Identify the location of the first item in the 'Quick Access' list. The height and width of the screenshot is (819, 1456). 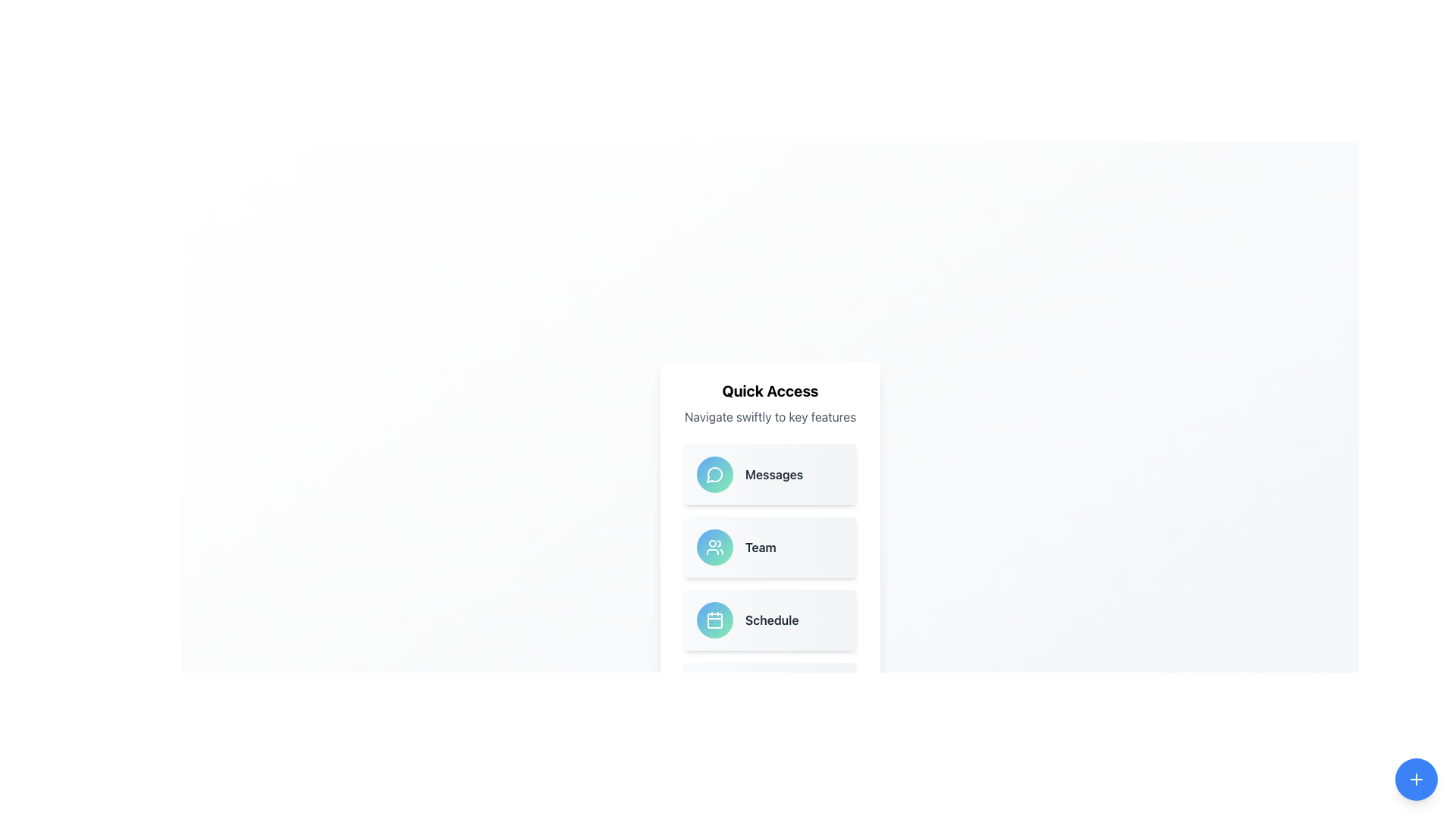
(770, 473).